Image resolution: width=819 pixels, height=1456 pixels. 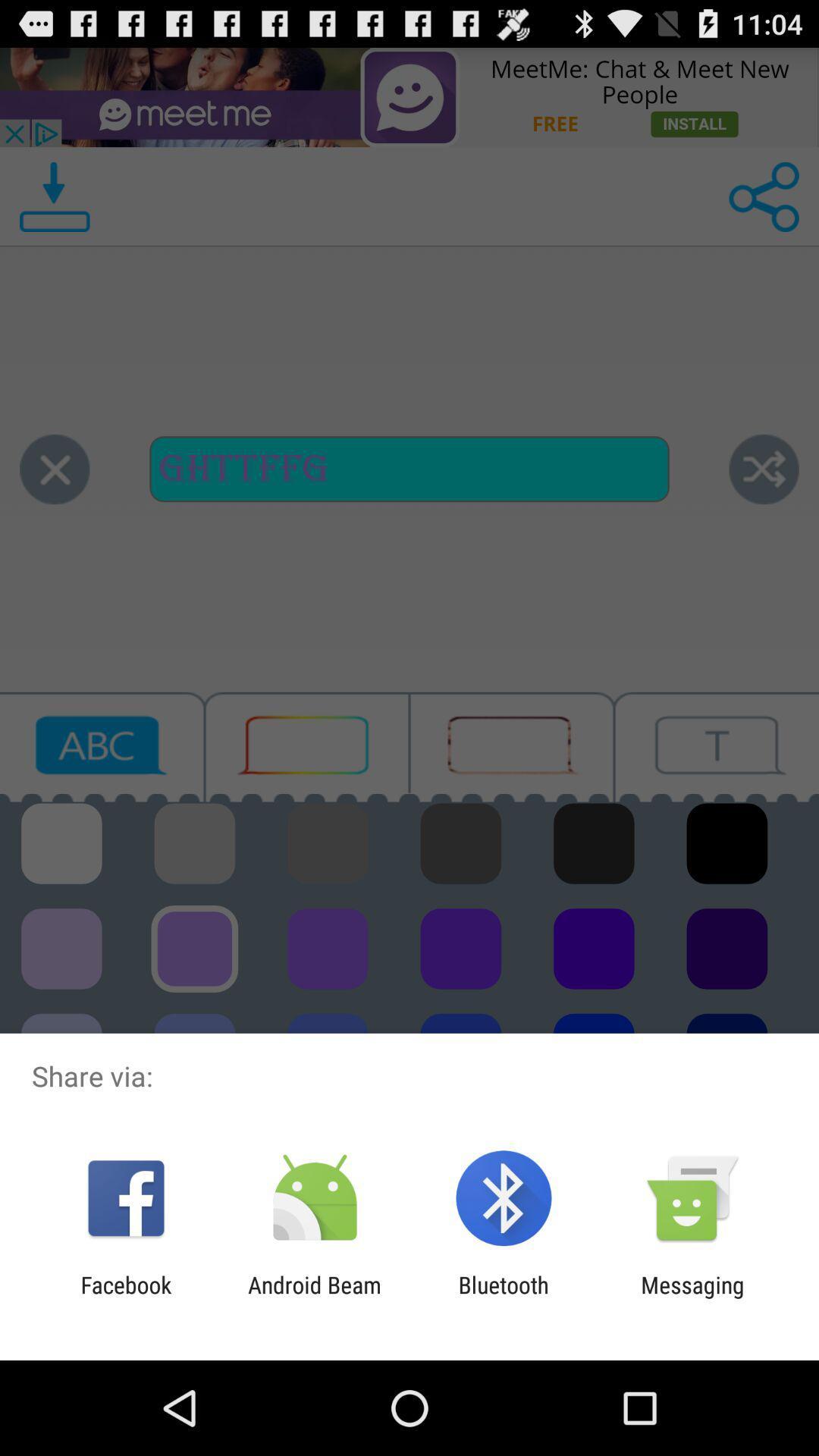 What do you see at coordinates (692, 1298) in the screenshot?
I see `messaging app` at bounding box center [692, 1298].